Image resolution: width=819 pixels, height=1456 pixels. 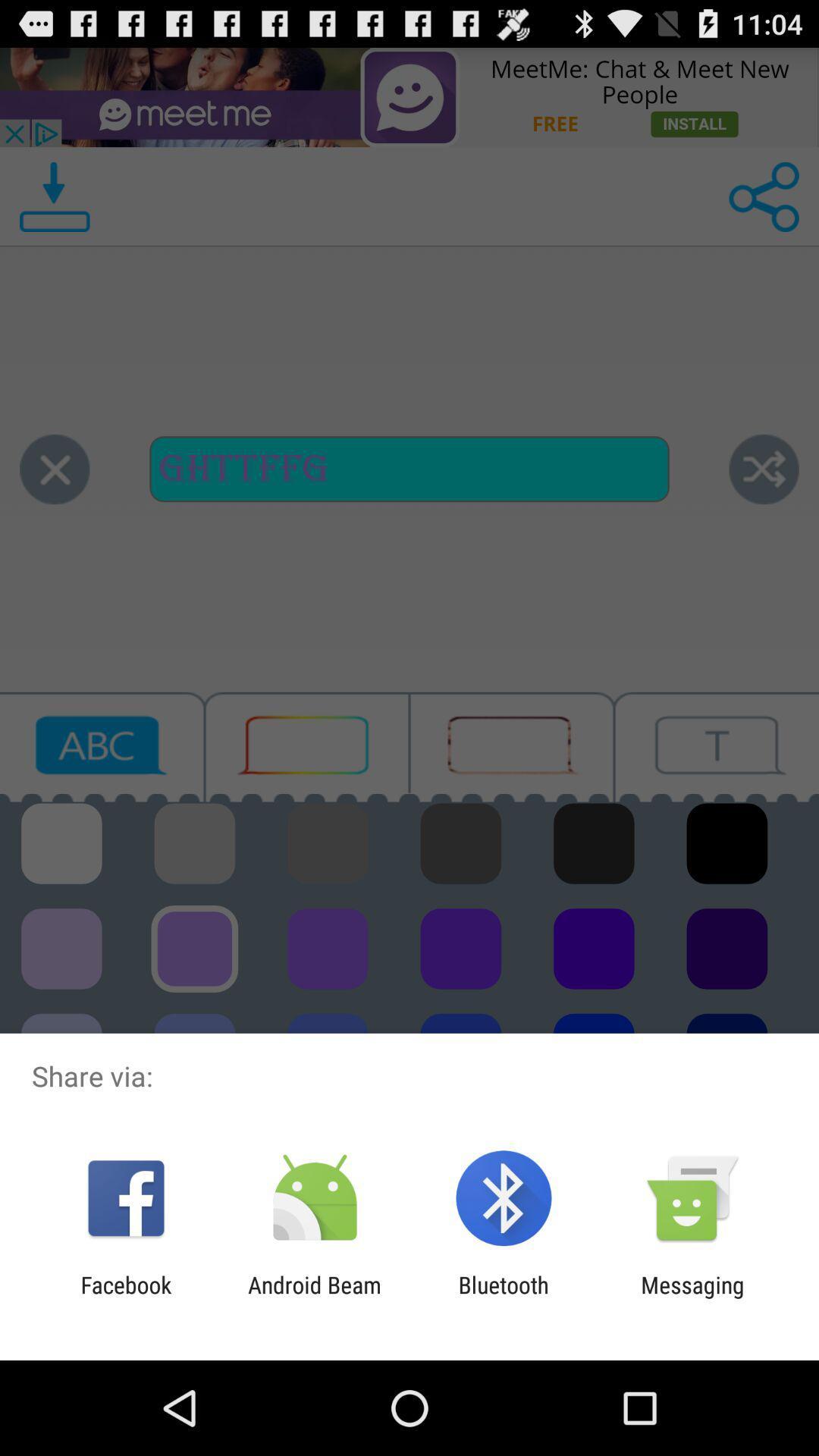 What do you see at coordinates (692, 1298) in the screenshot?
I see `messaging app` at bounding box center [692, 1298].